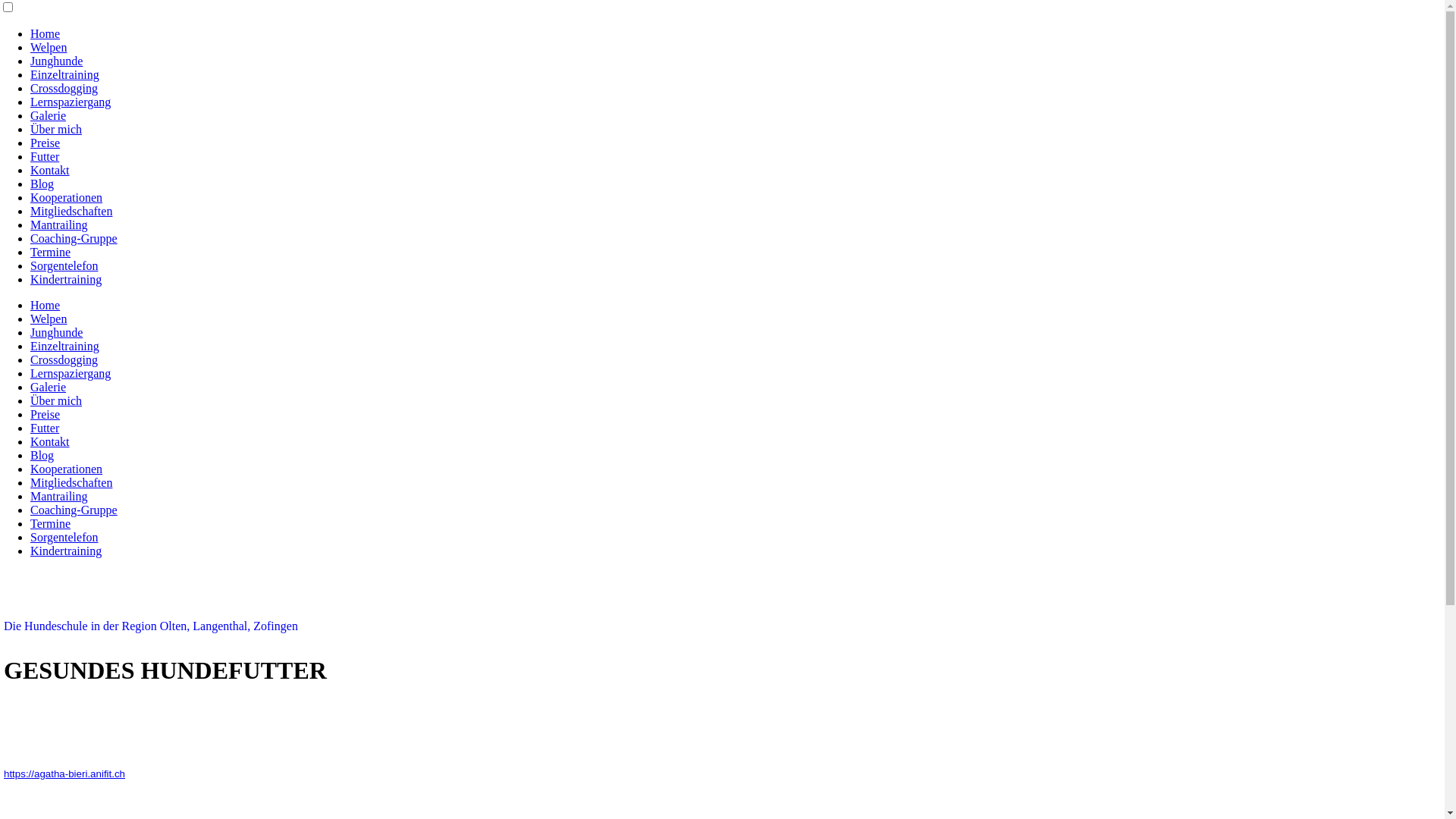  I want to click on 'Kindertraining', so click(30, 279).